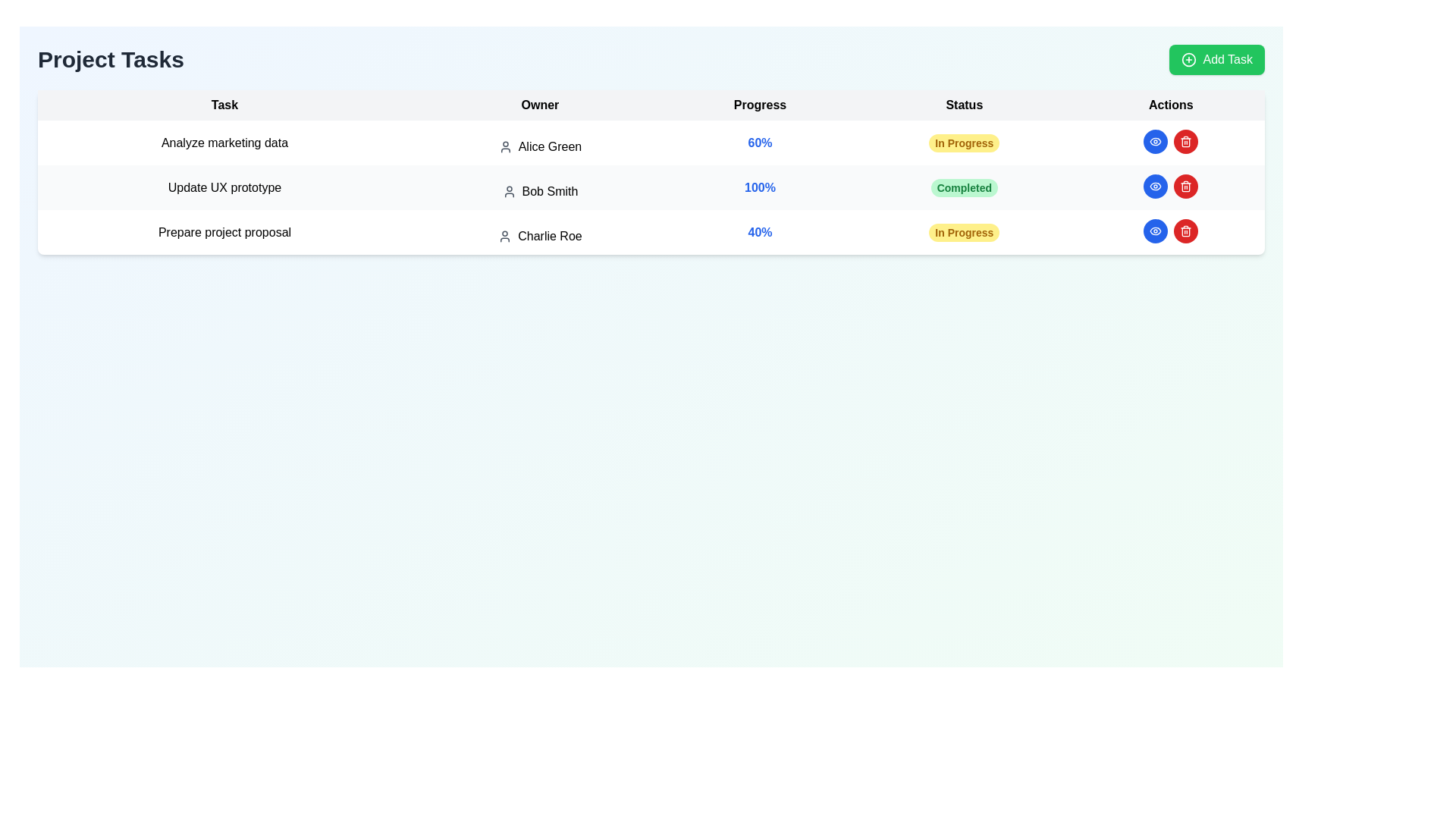 This screenshot has height=819, width=1456. What do you see at coordinates (1185, 141) in the screenshot?
I see `the delete Icon button located in the 'Actions' column of the task list, specifically in the last row` at bounding box center [1185, 141].